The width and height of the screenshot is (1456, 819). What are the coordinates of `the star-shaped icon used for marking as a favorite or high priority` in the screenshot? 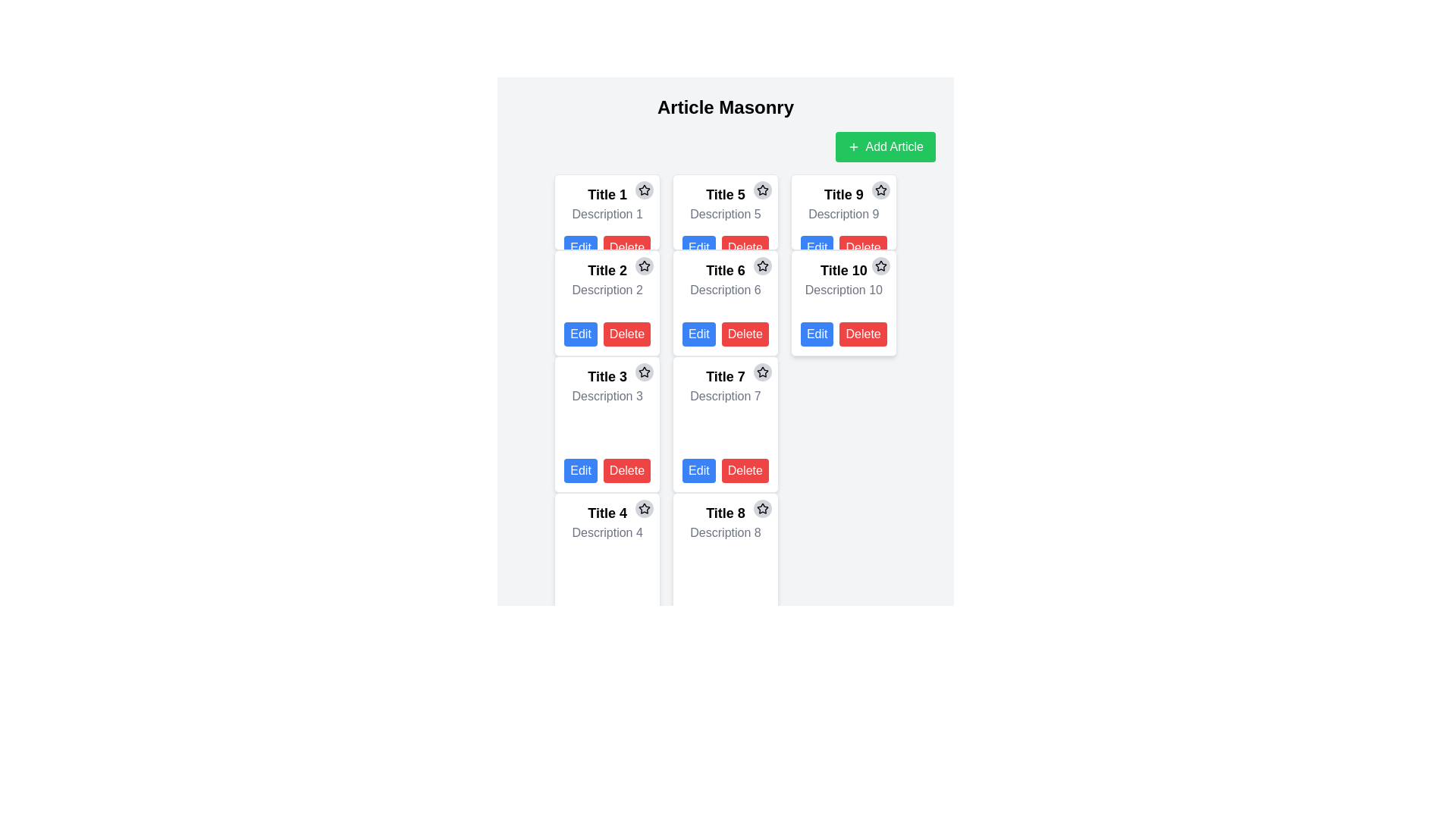 It's located at (645, 372).